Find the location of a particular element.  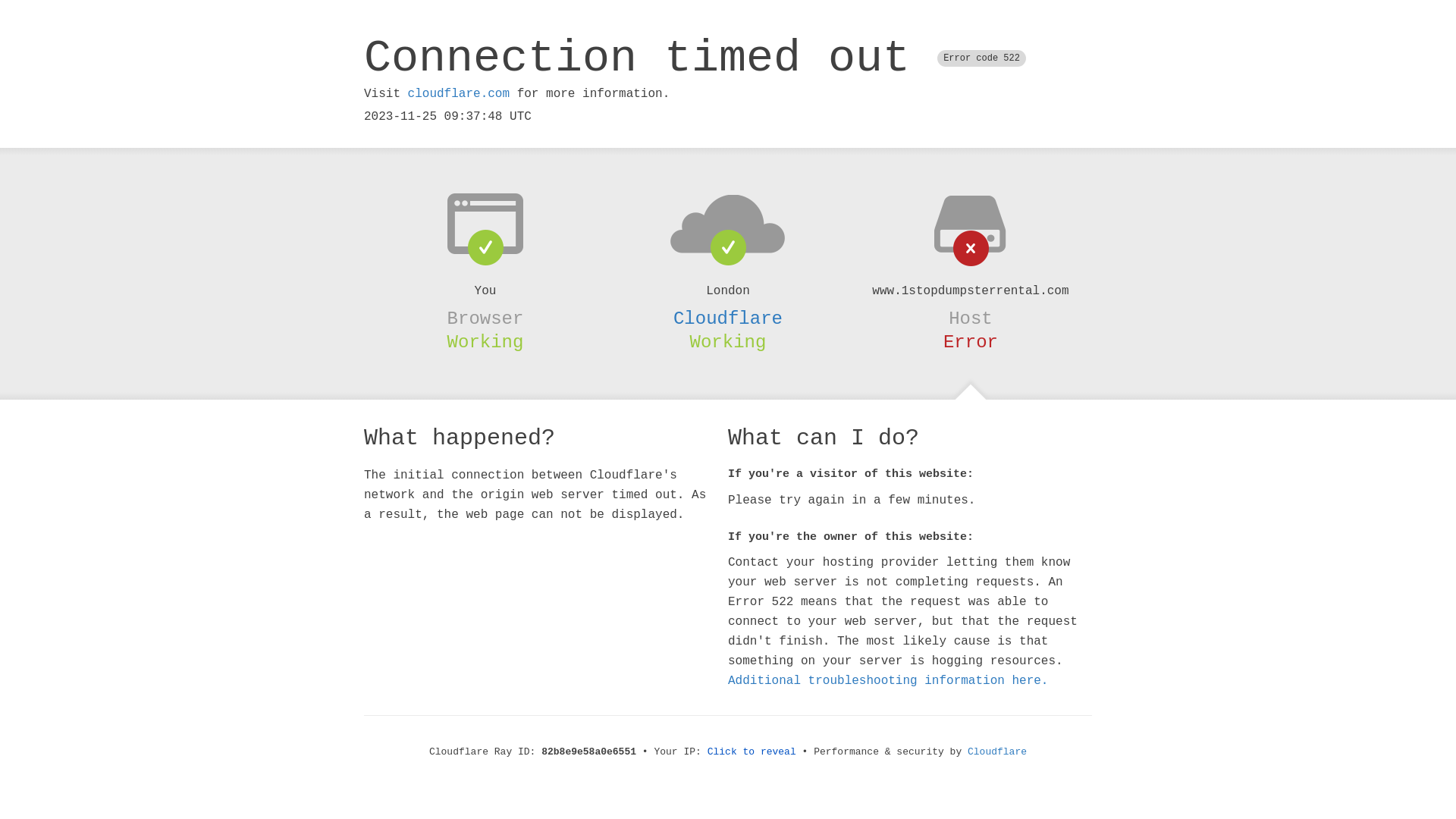

'Cloudflare' is located at coordinates (728, 318).